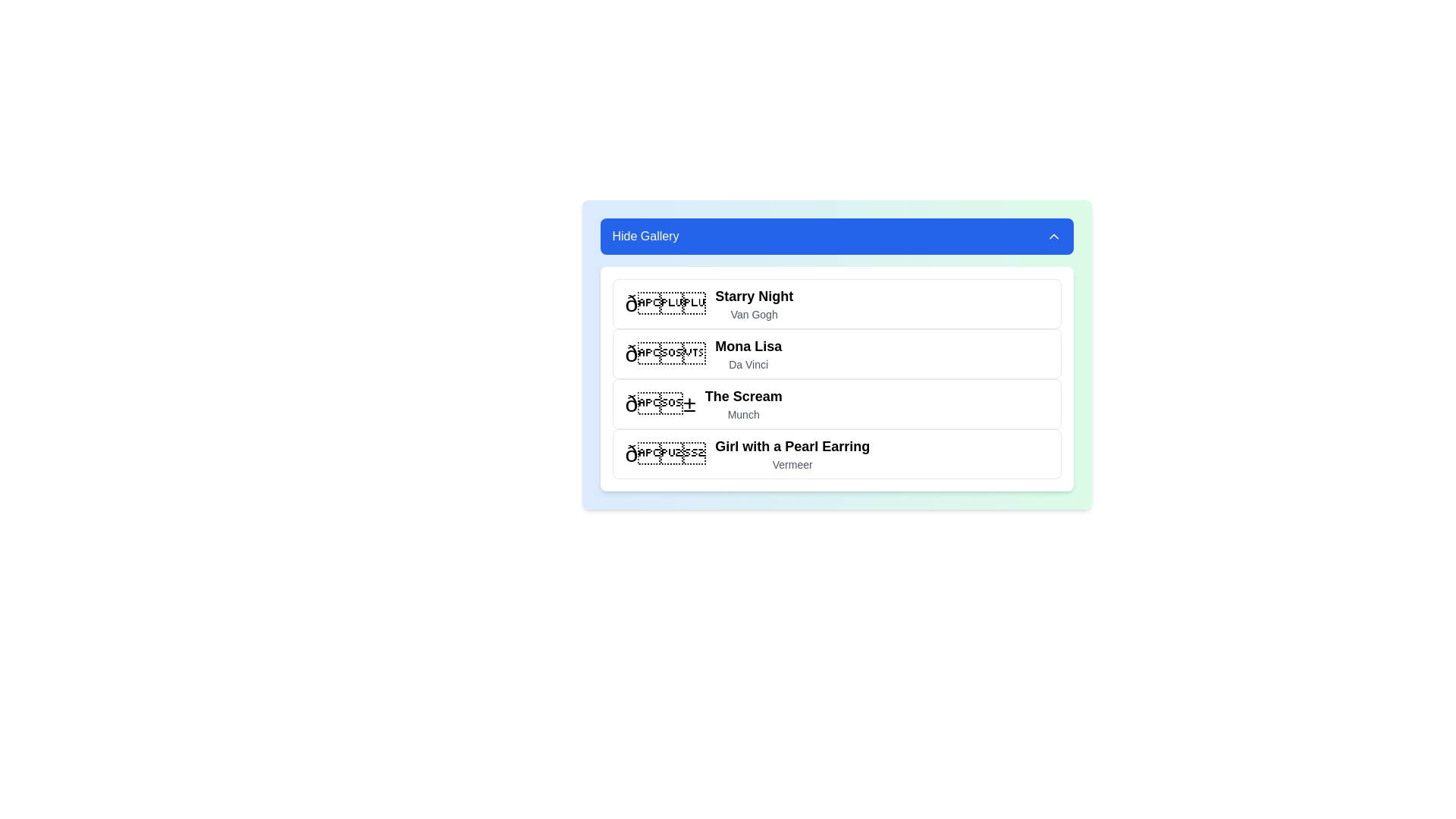 Image resolution: width=1456 pixels, height=819 pixels. Describe the element at coordinates (748, 353) in the screenshot. I see `text content of the label displaying 'Mona Lisa' by Da Vinci, which is the second item in a vertically stacked list in the gallery display` at that location.